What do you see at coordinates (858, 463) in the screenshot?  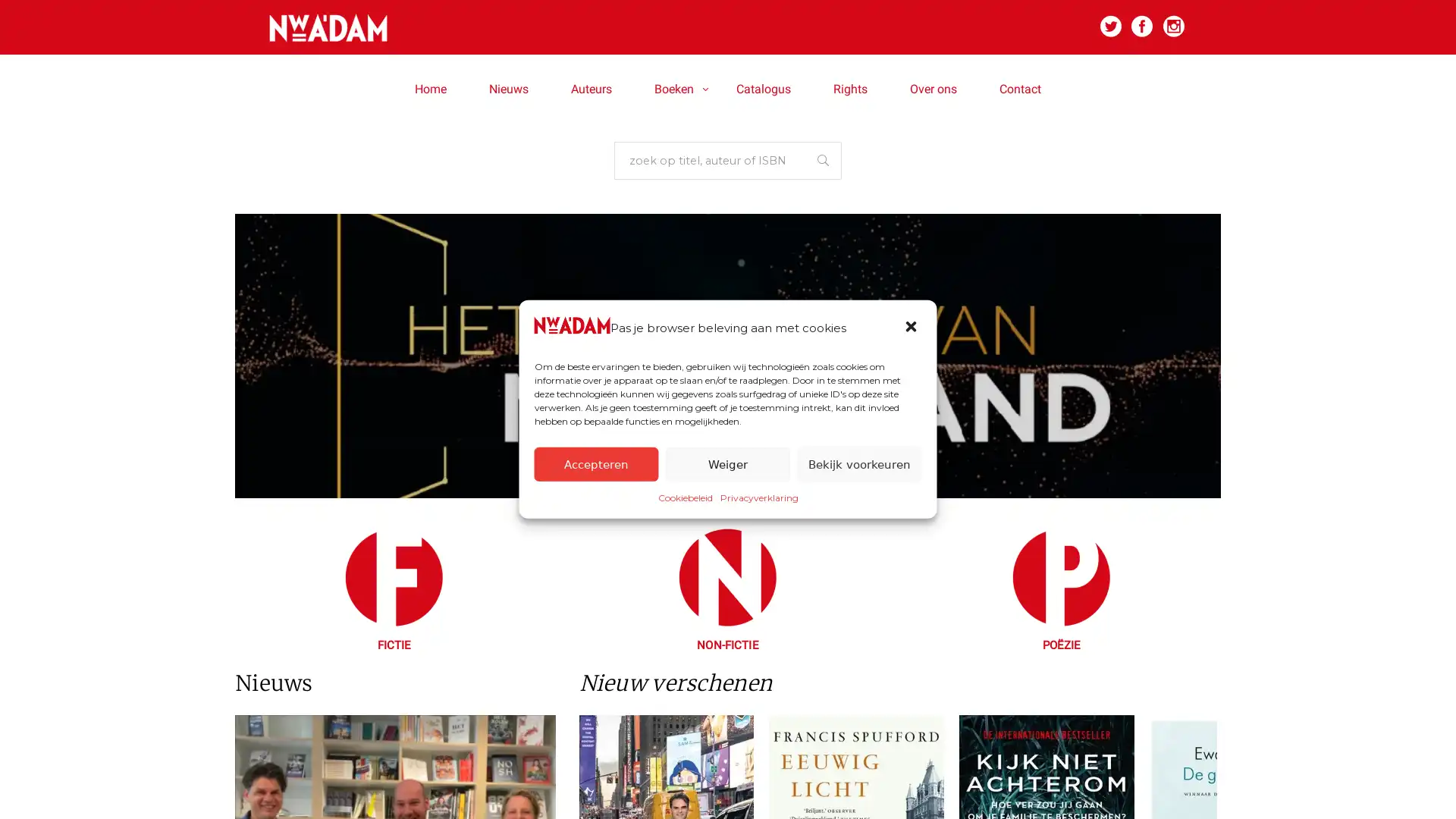 I see `Bekijk voorkeuren` at bounding box center [858, 463].